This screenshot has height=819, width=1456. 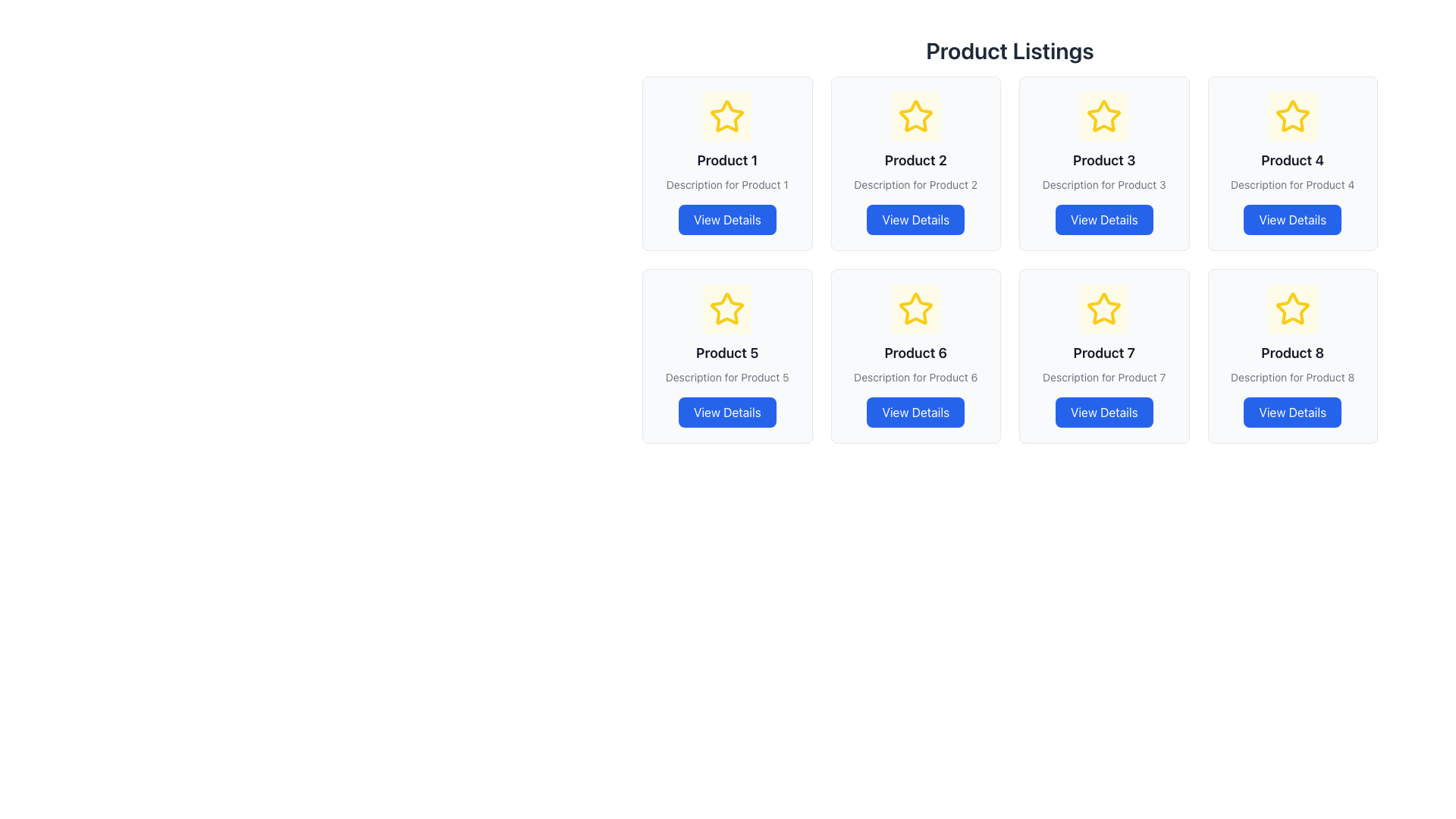 I want to click on text content of the gray-colored label that says 'Description for Product 8', which is the second text element below the heading 'Product 8' and above the 'View Details' button in the last card of the grid layout, so click(x=1291, y=376).